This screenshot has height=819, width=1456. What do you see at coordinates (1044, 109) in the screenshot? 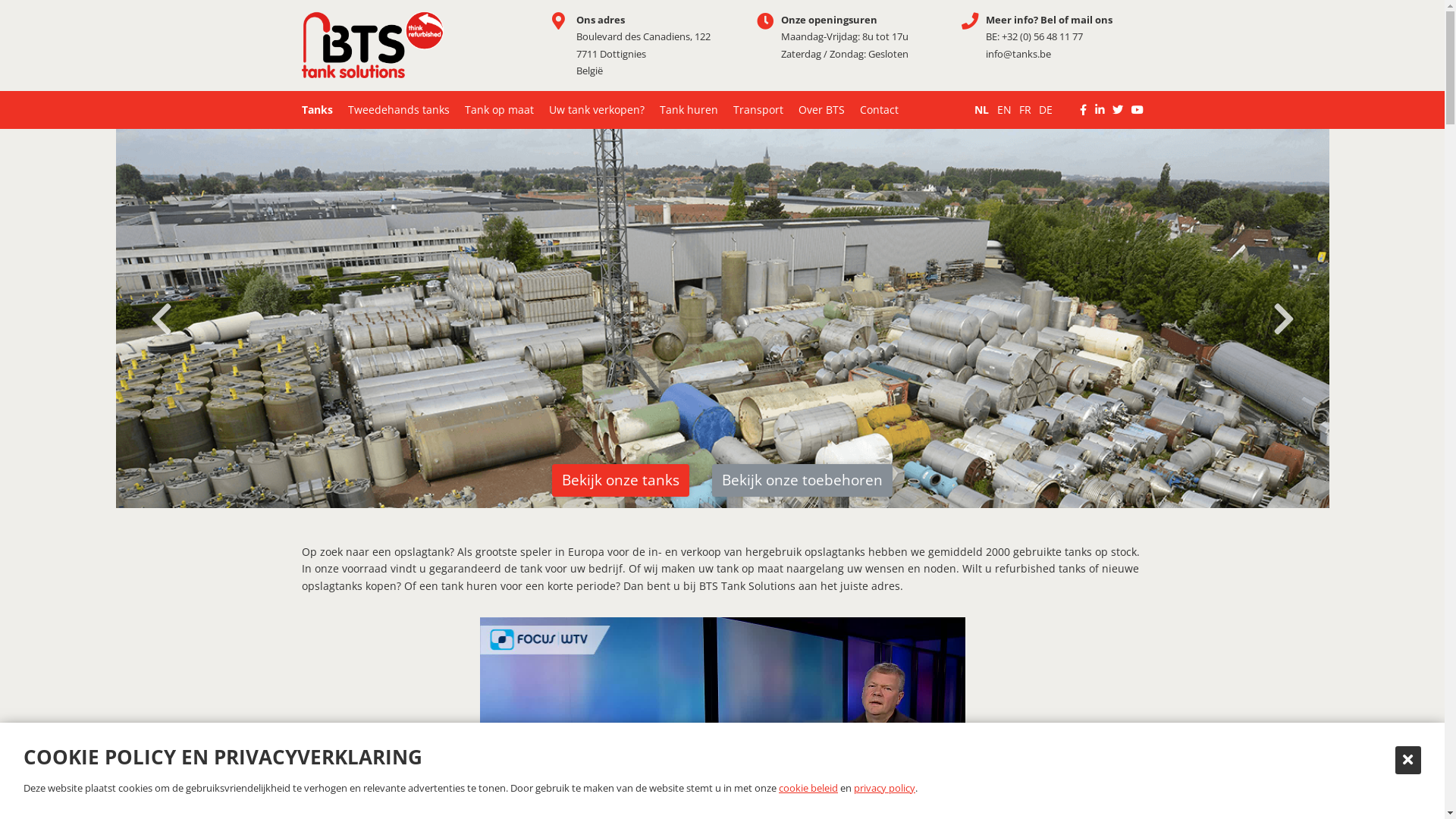
I see `'DE'` at bounding box center [1044, 109].